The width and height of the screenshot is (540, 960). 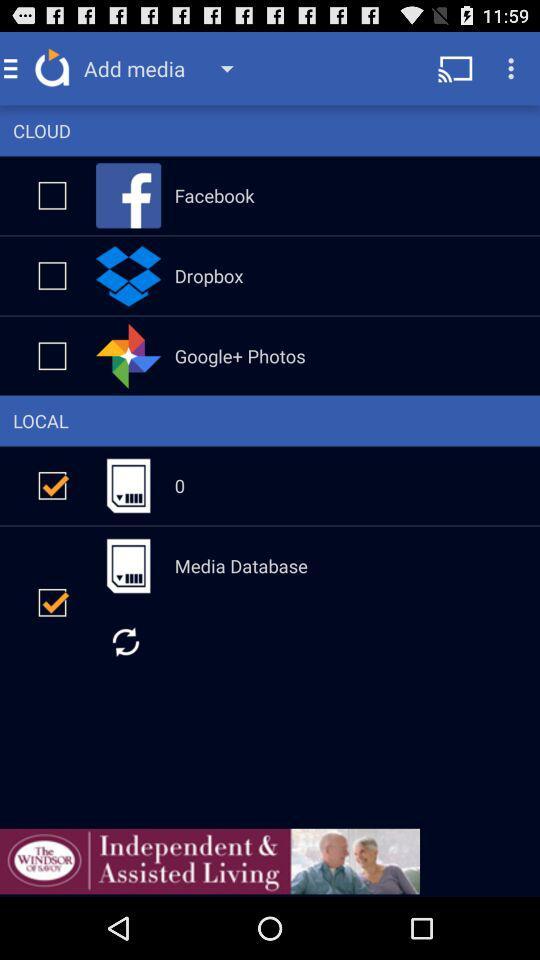 I want to click on selecting box, so click(x=52, y=274).